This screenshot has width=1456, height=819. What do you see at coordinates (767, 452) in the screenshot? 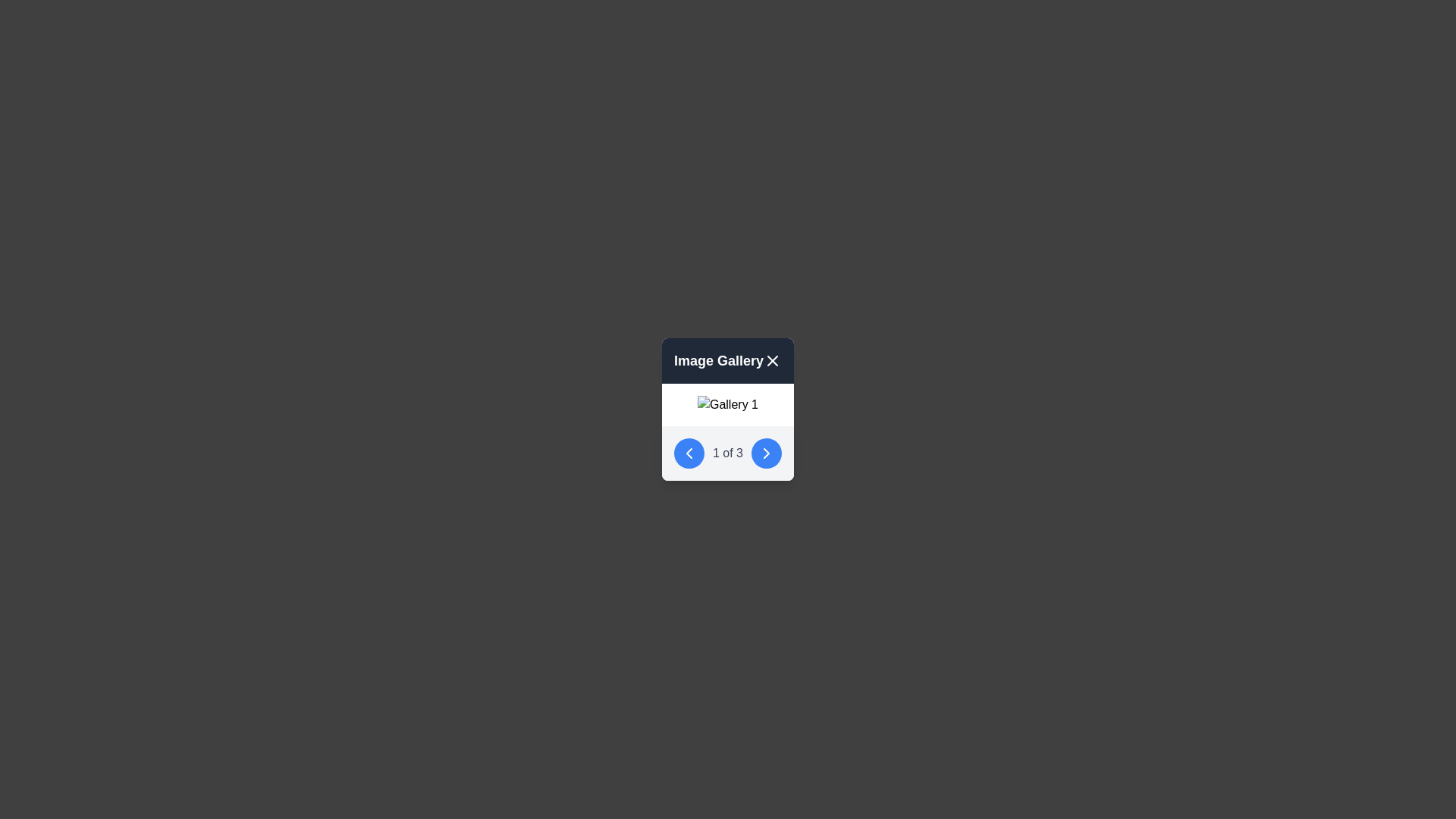
I see `the navigation icon for the gallery or carousel, located at the right side below the text '1 of 3' in the modal box` at bounding box center [767, 452].